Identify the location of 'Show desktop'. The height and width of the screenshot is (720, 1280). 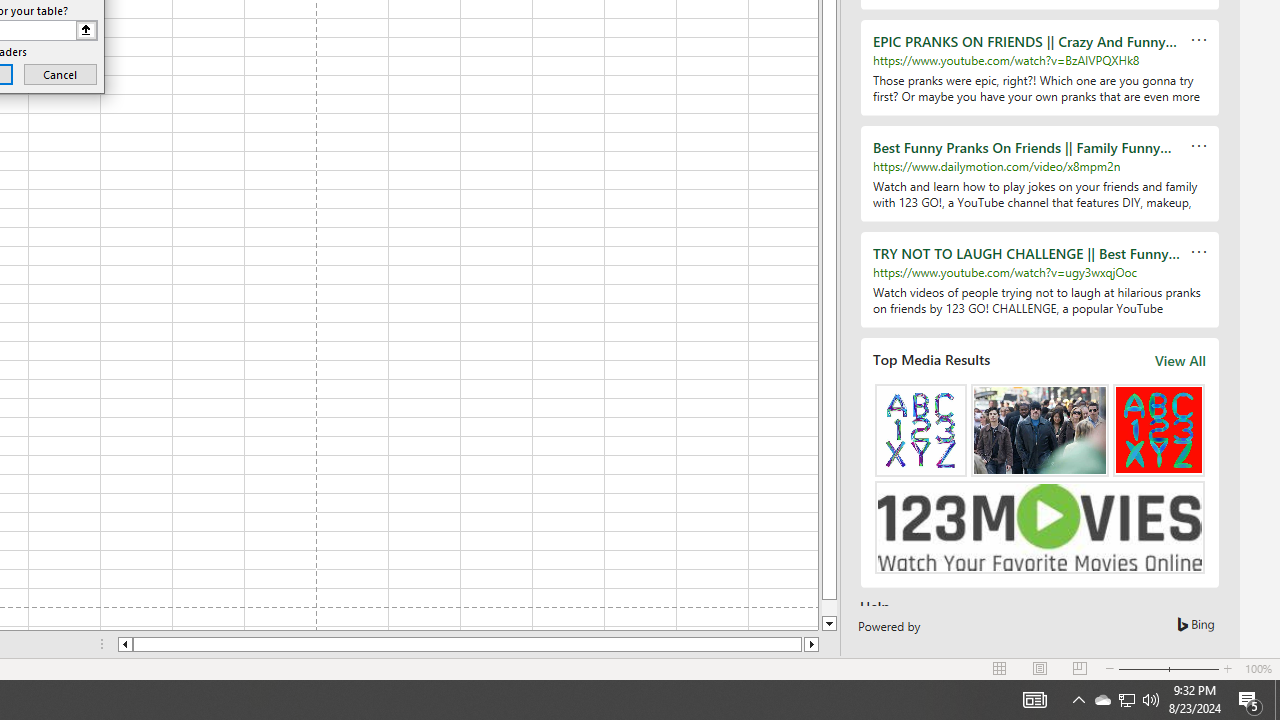
(1276, 698).